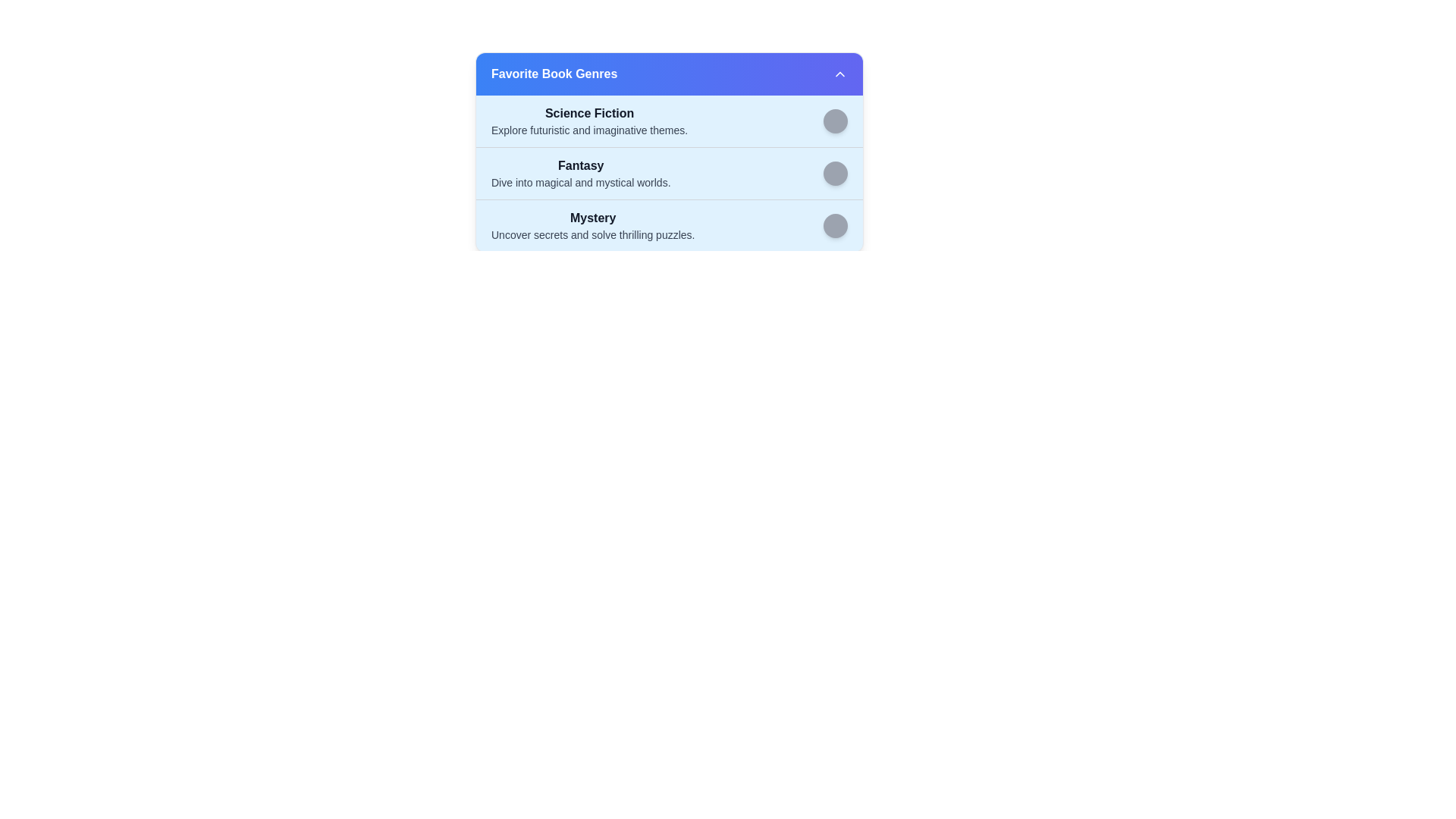 This screenshot has width=1456, height=819. Describe the element at coordinates (580, 181) in the screenshot. I see `descriptive text 'Dive into magical and mystical worlds.' located below the 'Fantasy' title within the card-like structure` at that location.